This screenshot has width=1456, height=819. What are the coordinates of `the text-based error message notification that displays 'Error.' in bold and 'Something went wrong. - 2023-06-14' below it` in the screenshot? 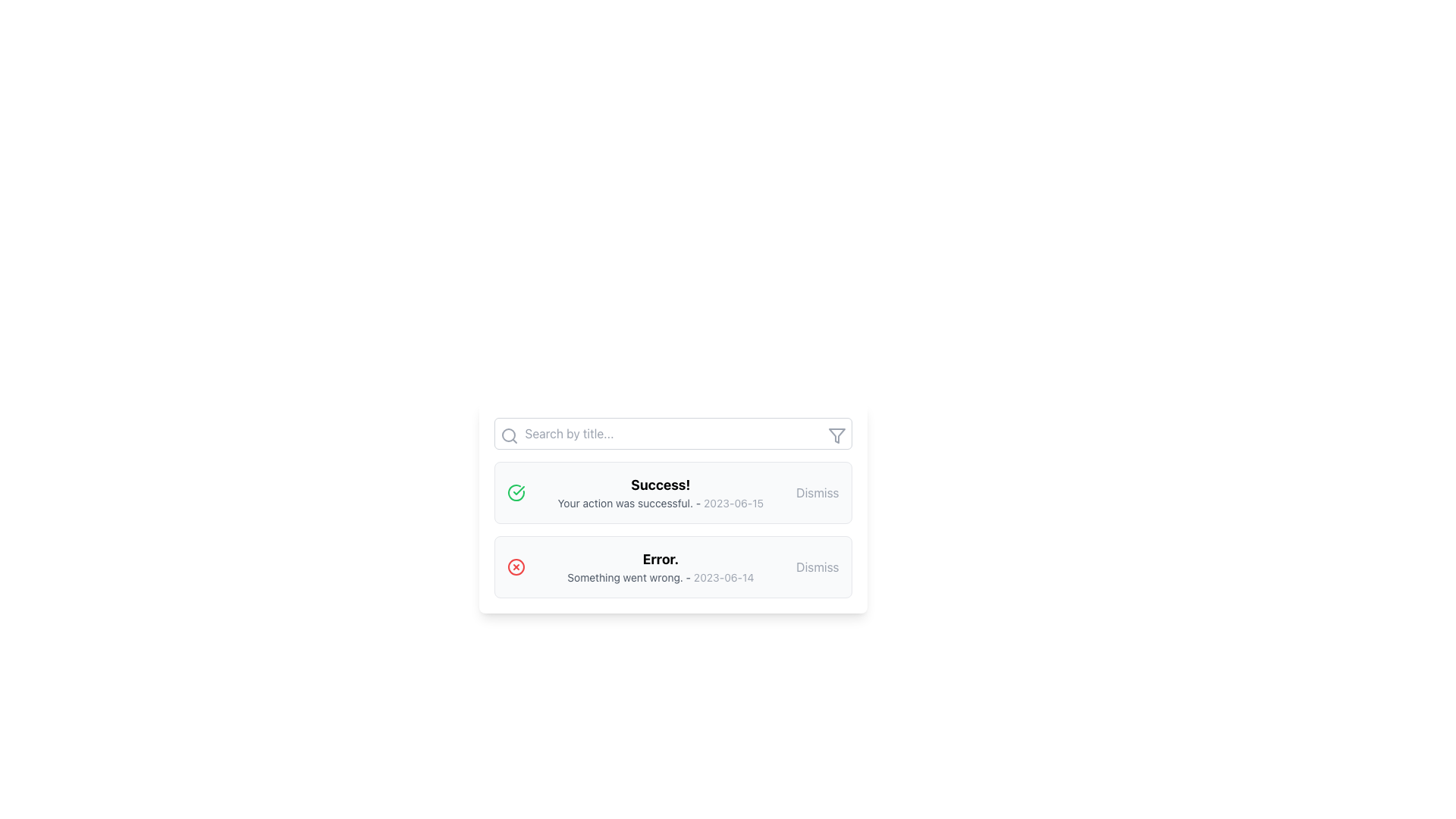 It's located at (661, 567).